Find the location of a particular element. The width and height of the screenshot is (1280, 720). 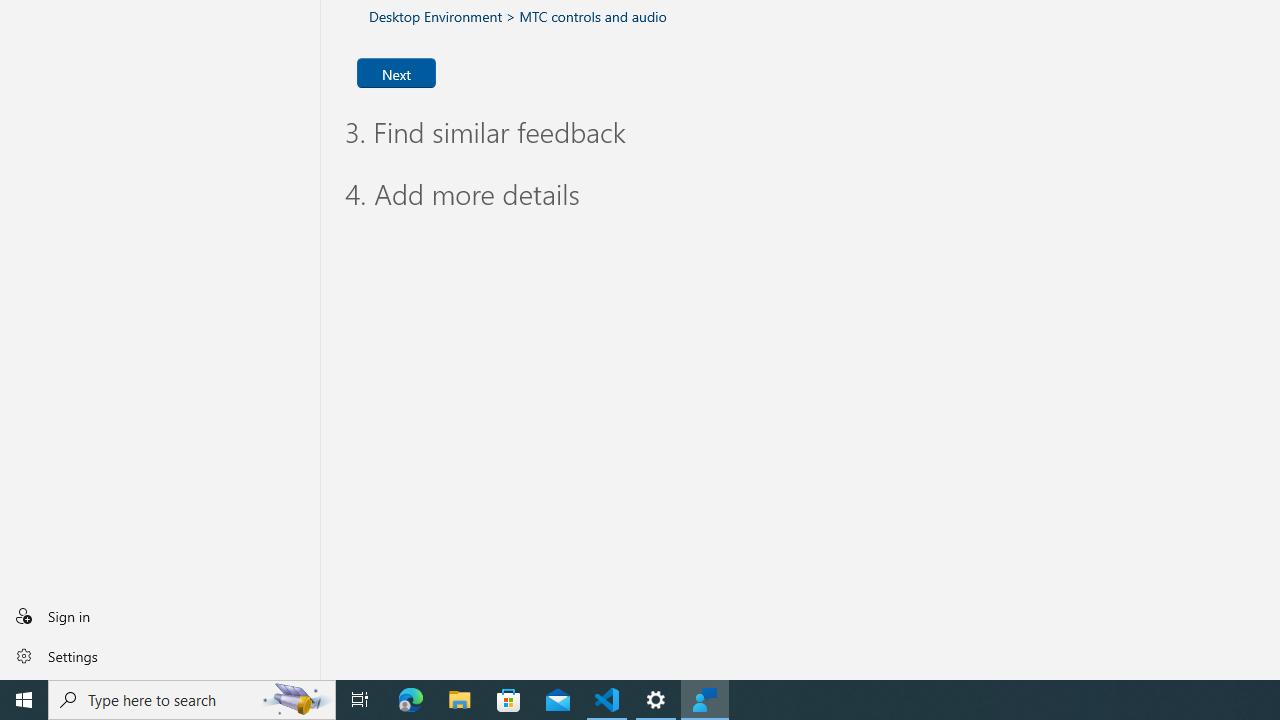

'Sign in' is located at coordinates (160, 615).